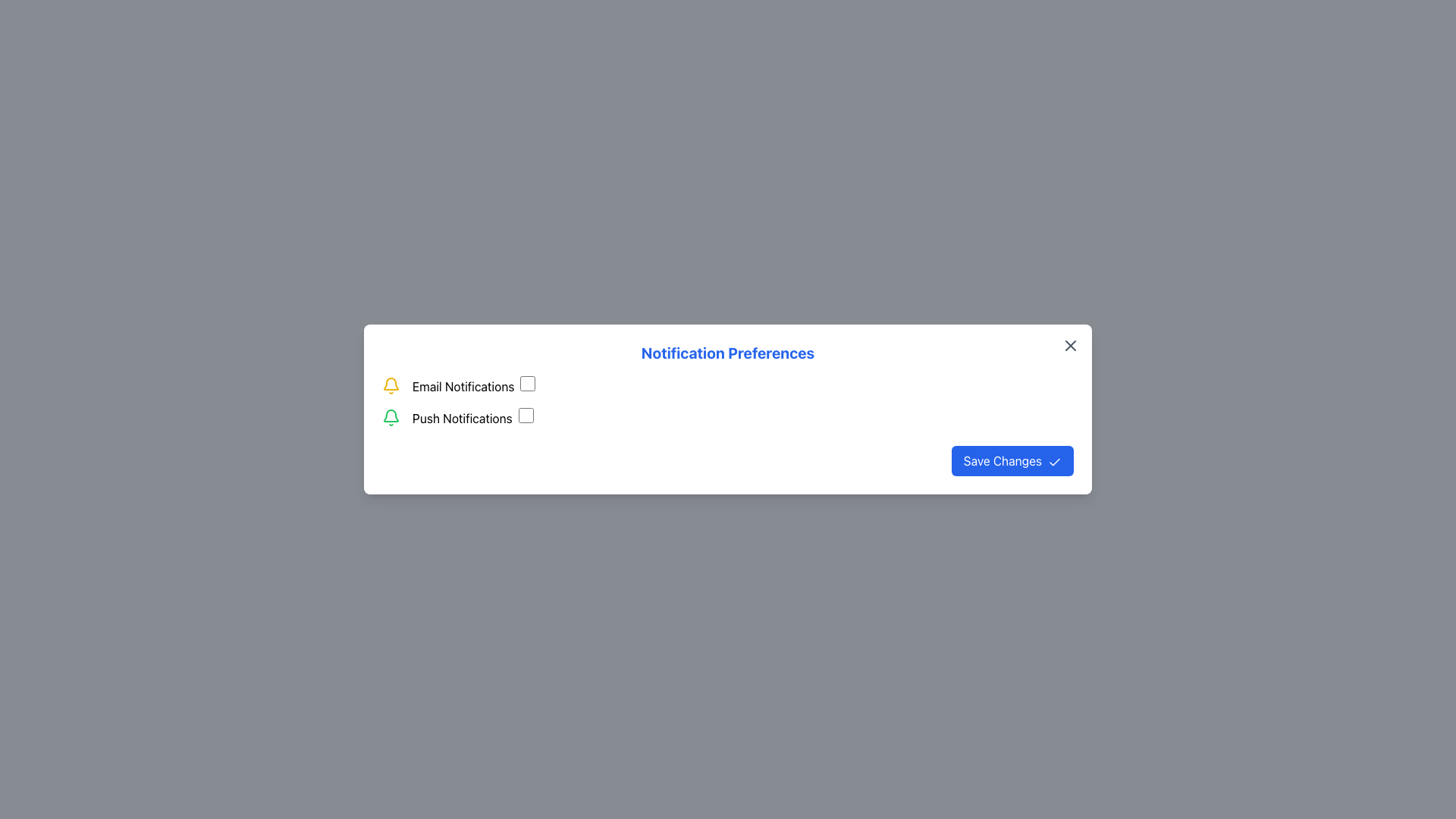  What do you see at coordinates (1069, 345) in the screenshot?
I see `the close button located at the top-right corner of the dialog box` at bounding box center [1069, 345].